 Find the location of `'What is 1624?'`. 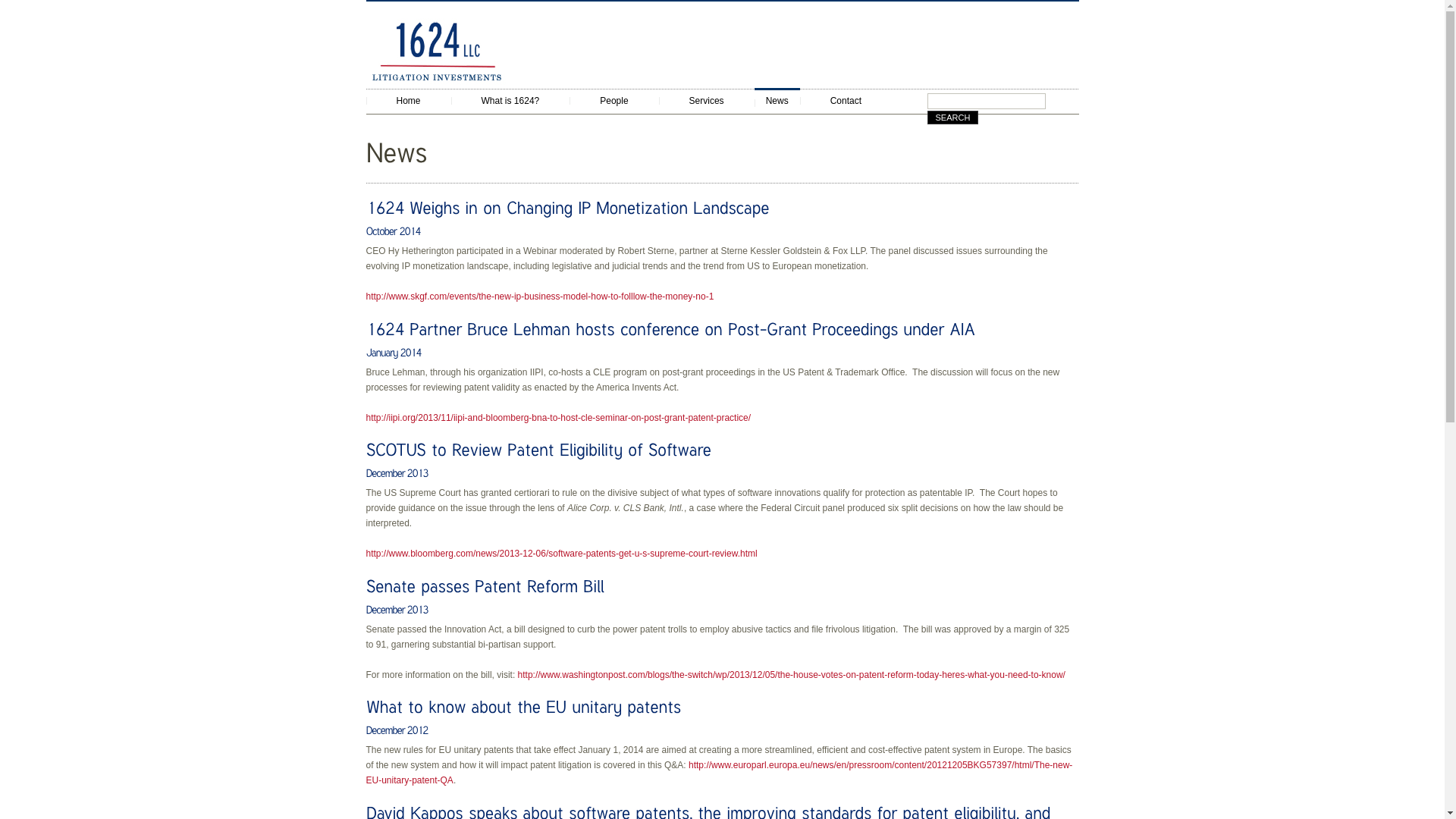

'What is 1624?' is located at coordinates (510, 100).